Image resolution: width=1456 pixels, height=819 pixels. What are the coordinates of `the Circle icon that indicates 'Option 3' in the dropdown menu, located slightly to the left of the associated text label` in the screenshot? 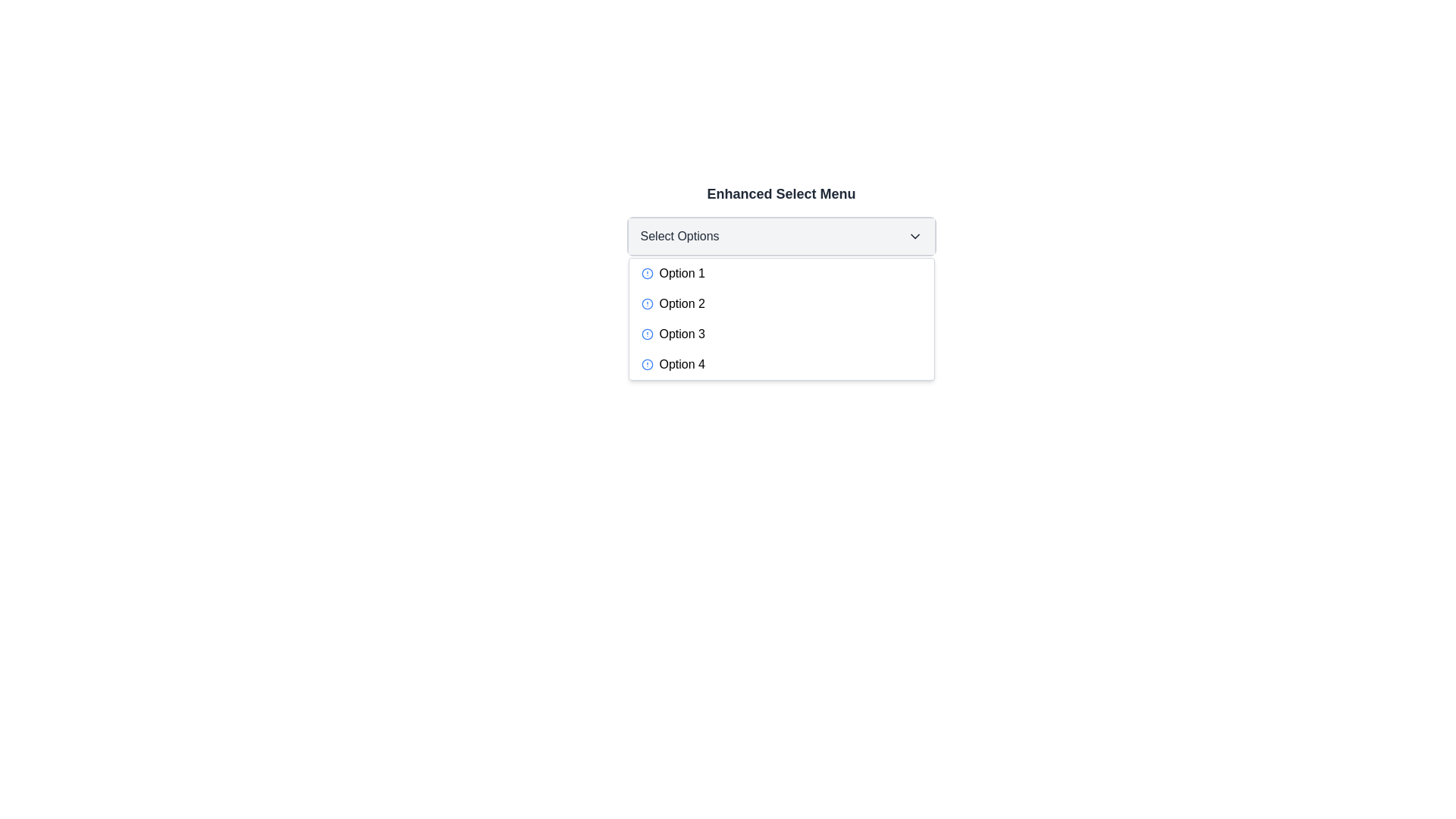 It's located at (647, 333).